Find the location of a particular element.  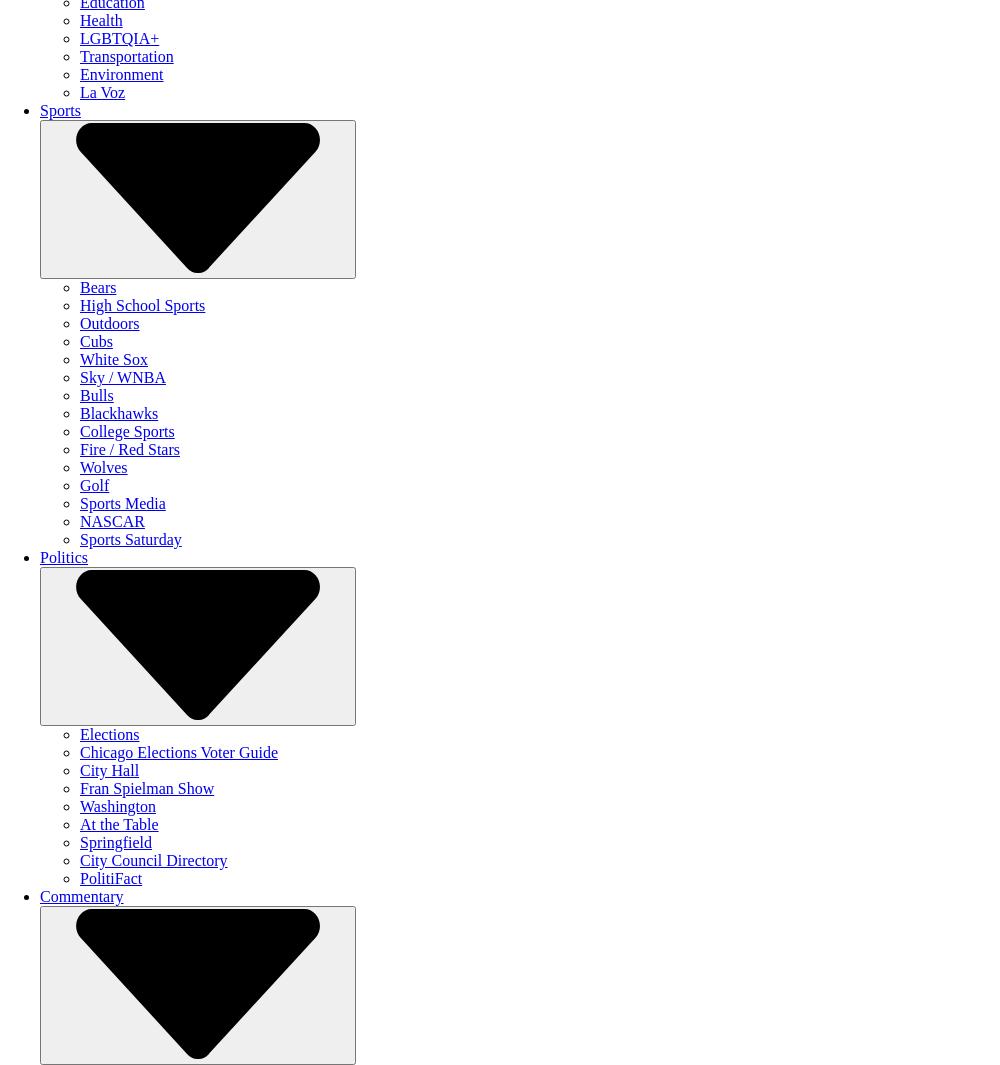

'High School Sports' is located at coordinates (79, 304).